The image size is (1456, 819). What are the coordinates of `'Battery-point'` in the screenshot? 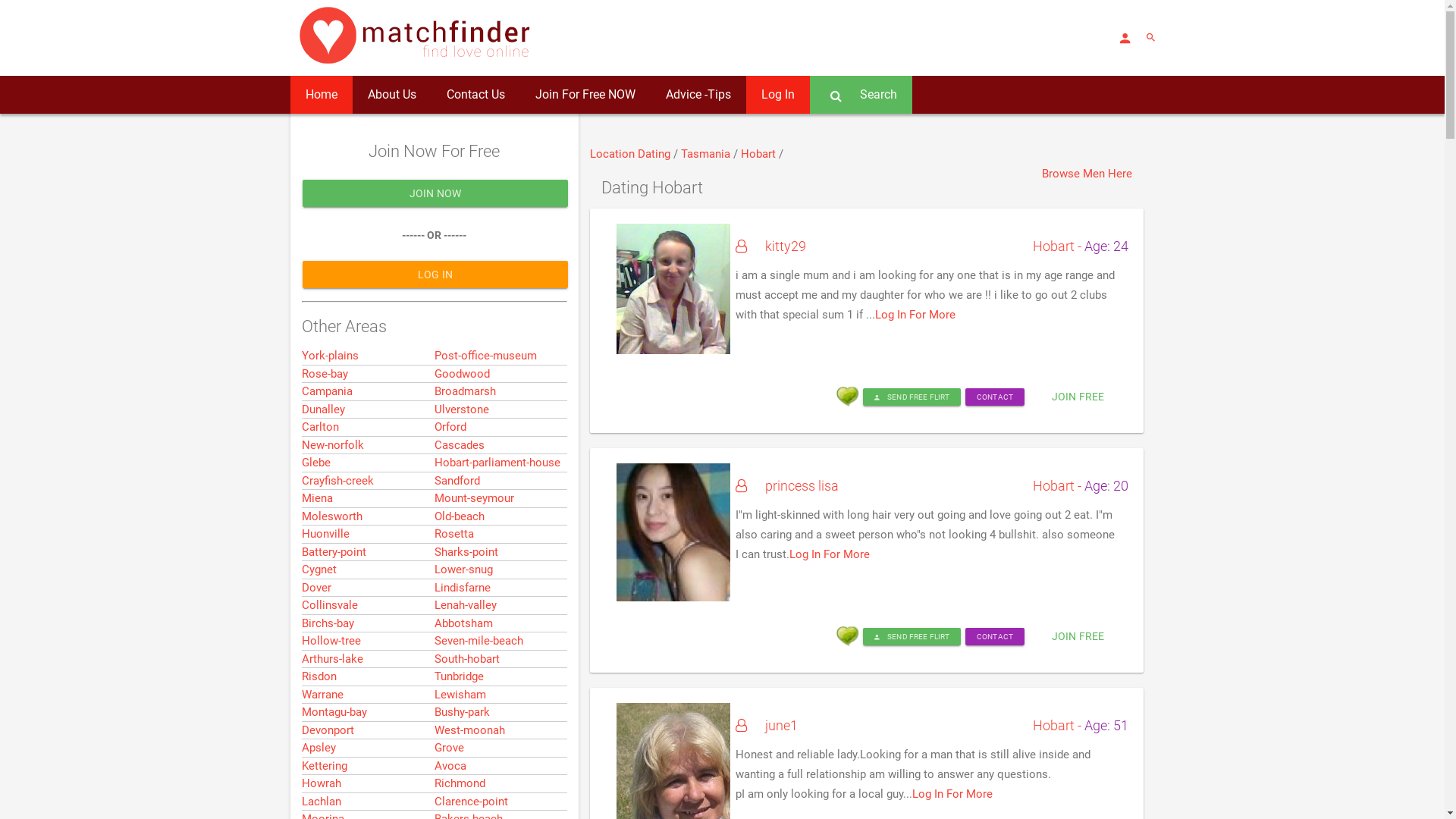 It's located at (333, 552).